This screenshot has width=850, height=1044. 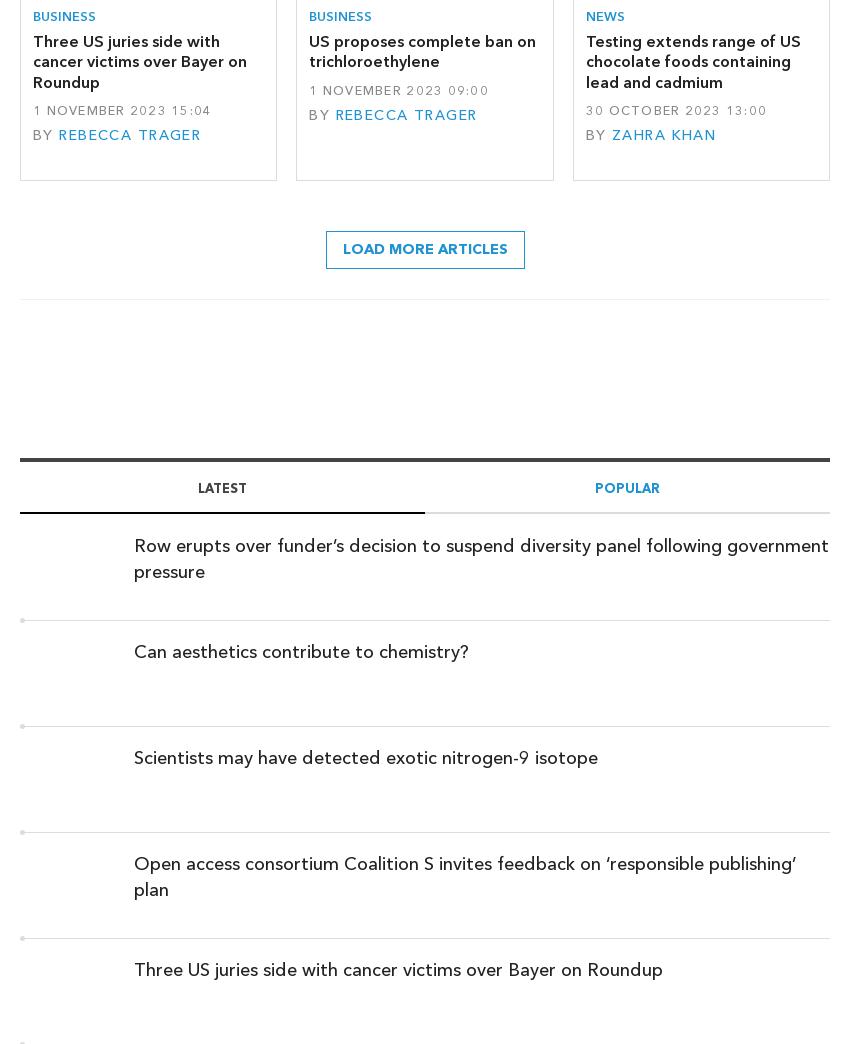 What do you see at coordinates (422, 50) in the screenshot?
I see `'US proposes complete ban on trichloroethylene'` at bounding box center [422, 50].